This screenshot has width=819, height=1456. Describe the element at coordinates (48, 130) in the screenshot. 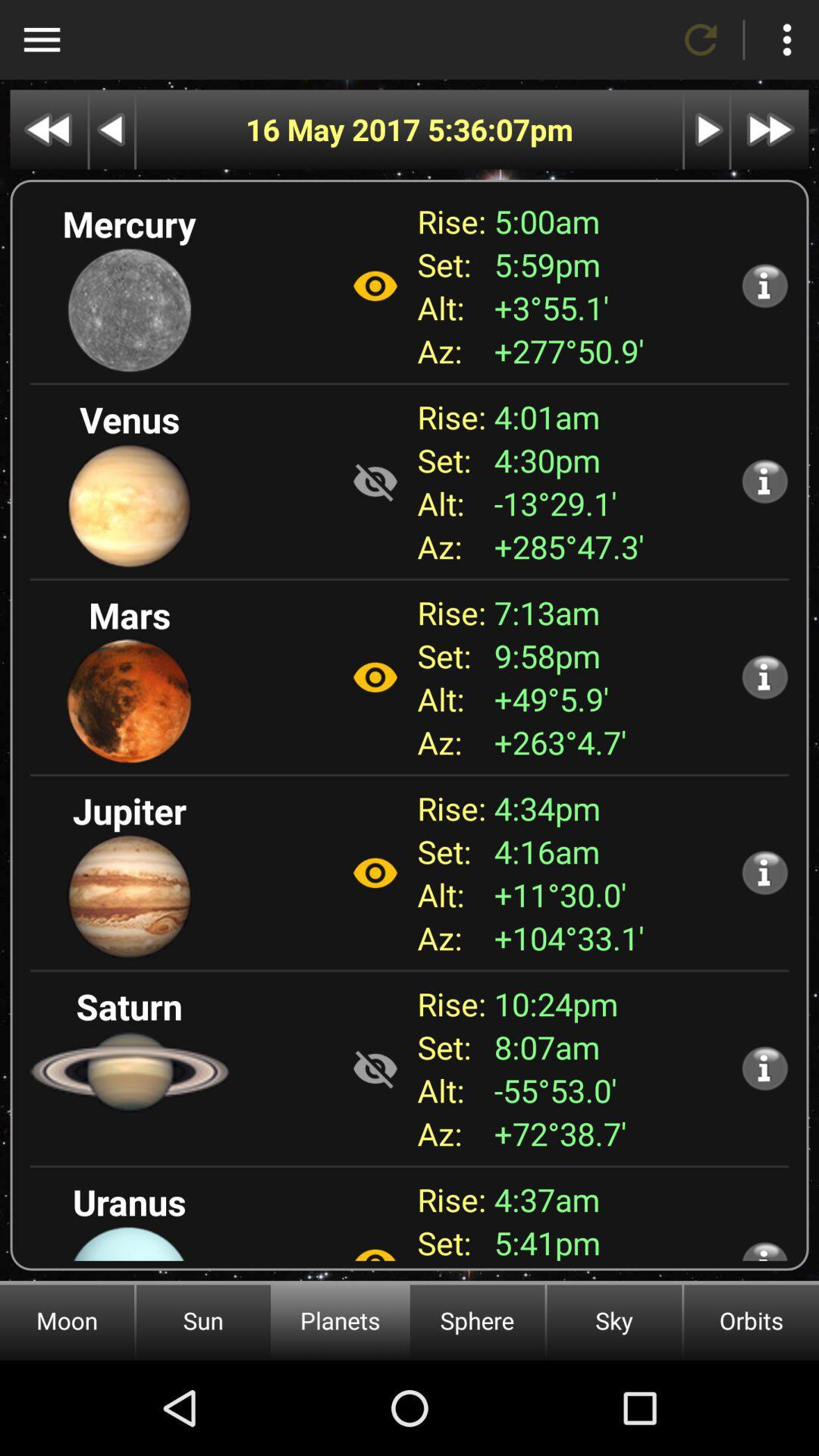

I see `go back` at that location.